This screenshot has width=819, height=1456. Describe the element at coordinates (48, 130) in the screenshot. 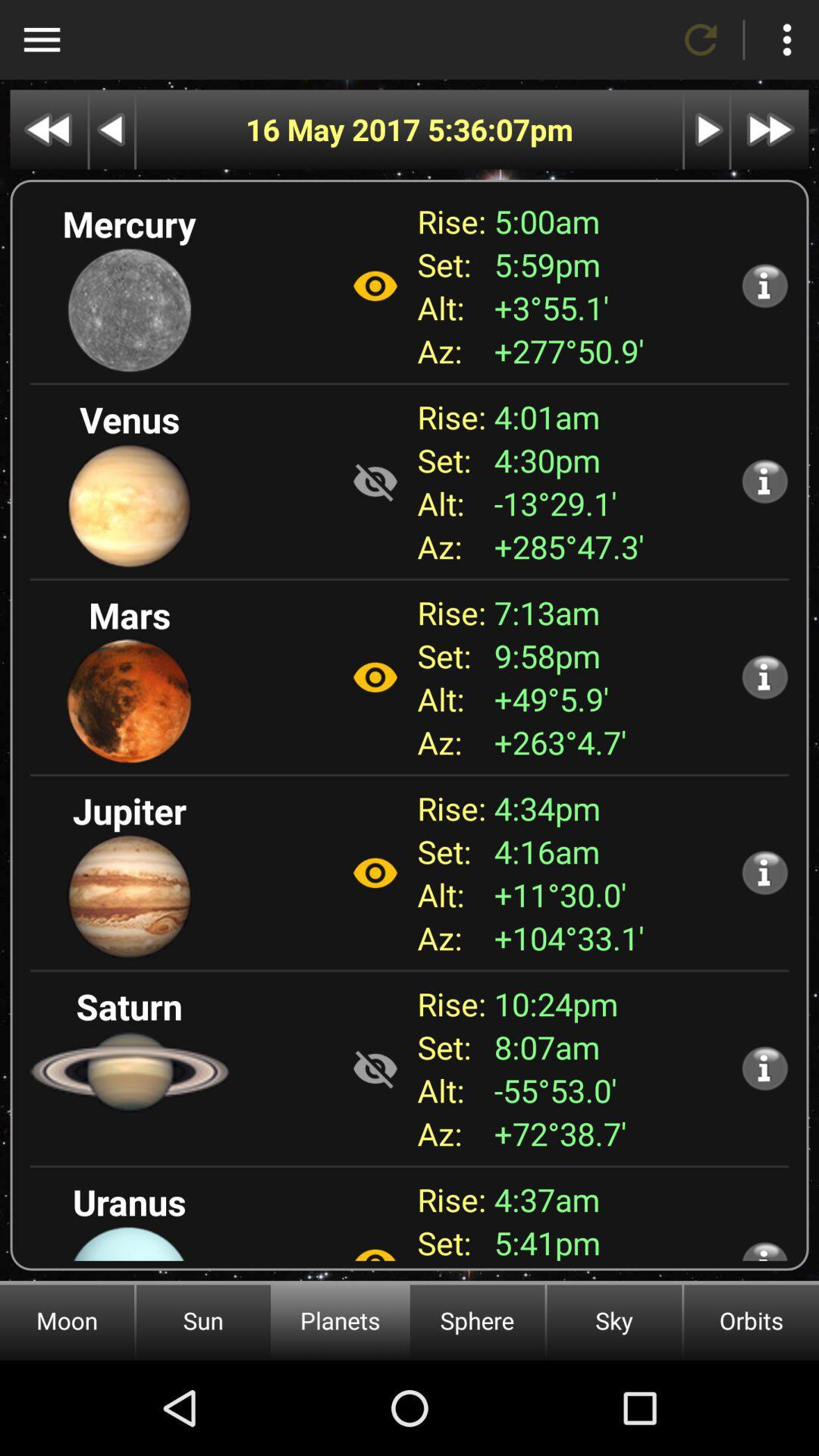

I see `go back` at that location.